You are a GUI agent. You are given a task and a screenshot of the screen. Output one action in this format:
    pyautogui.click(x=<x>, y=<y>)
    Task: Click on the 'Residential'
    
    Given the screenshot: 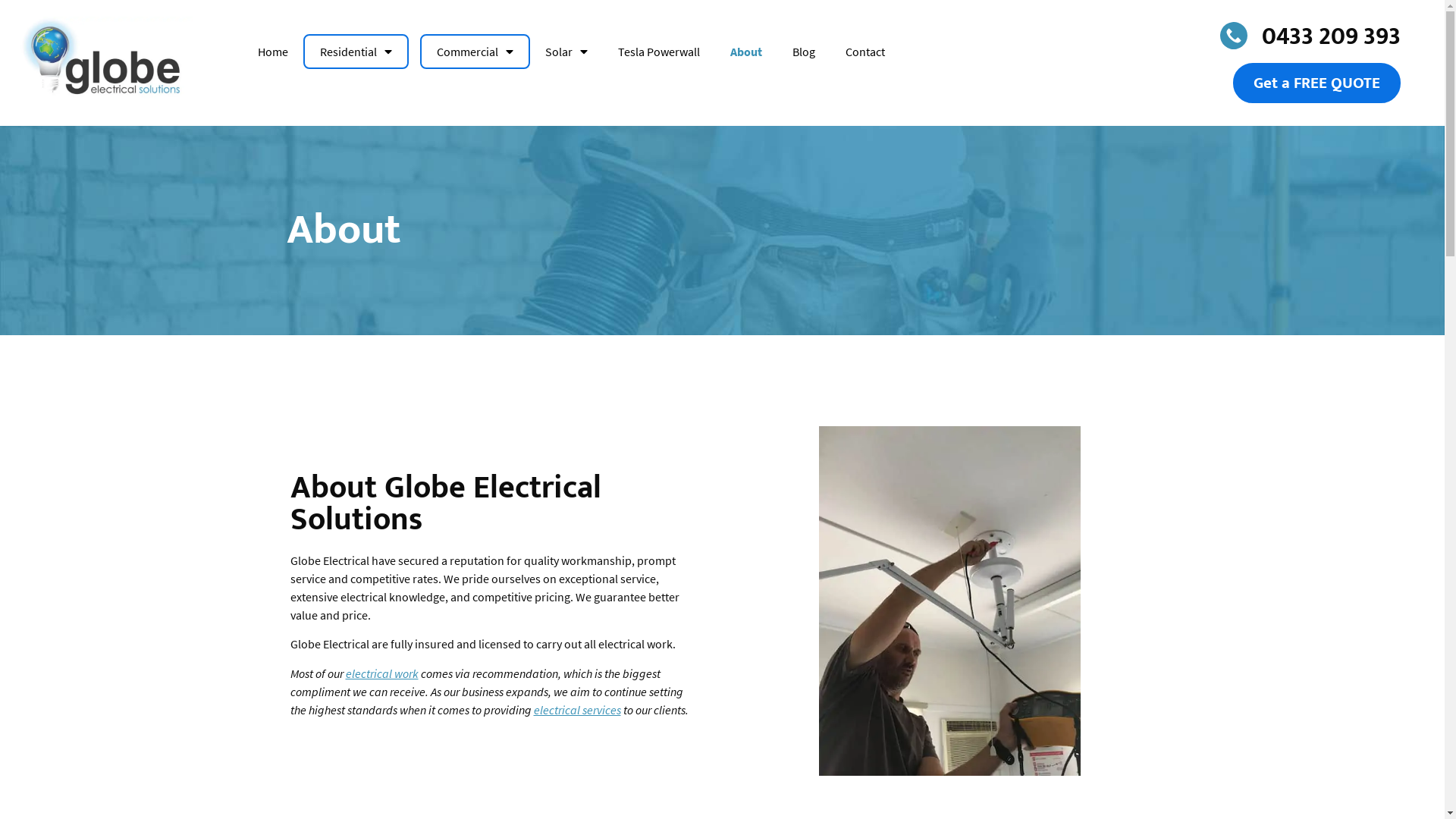 What is the action you would take?
    pyautogui.click(x=355, y=51)
    